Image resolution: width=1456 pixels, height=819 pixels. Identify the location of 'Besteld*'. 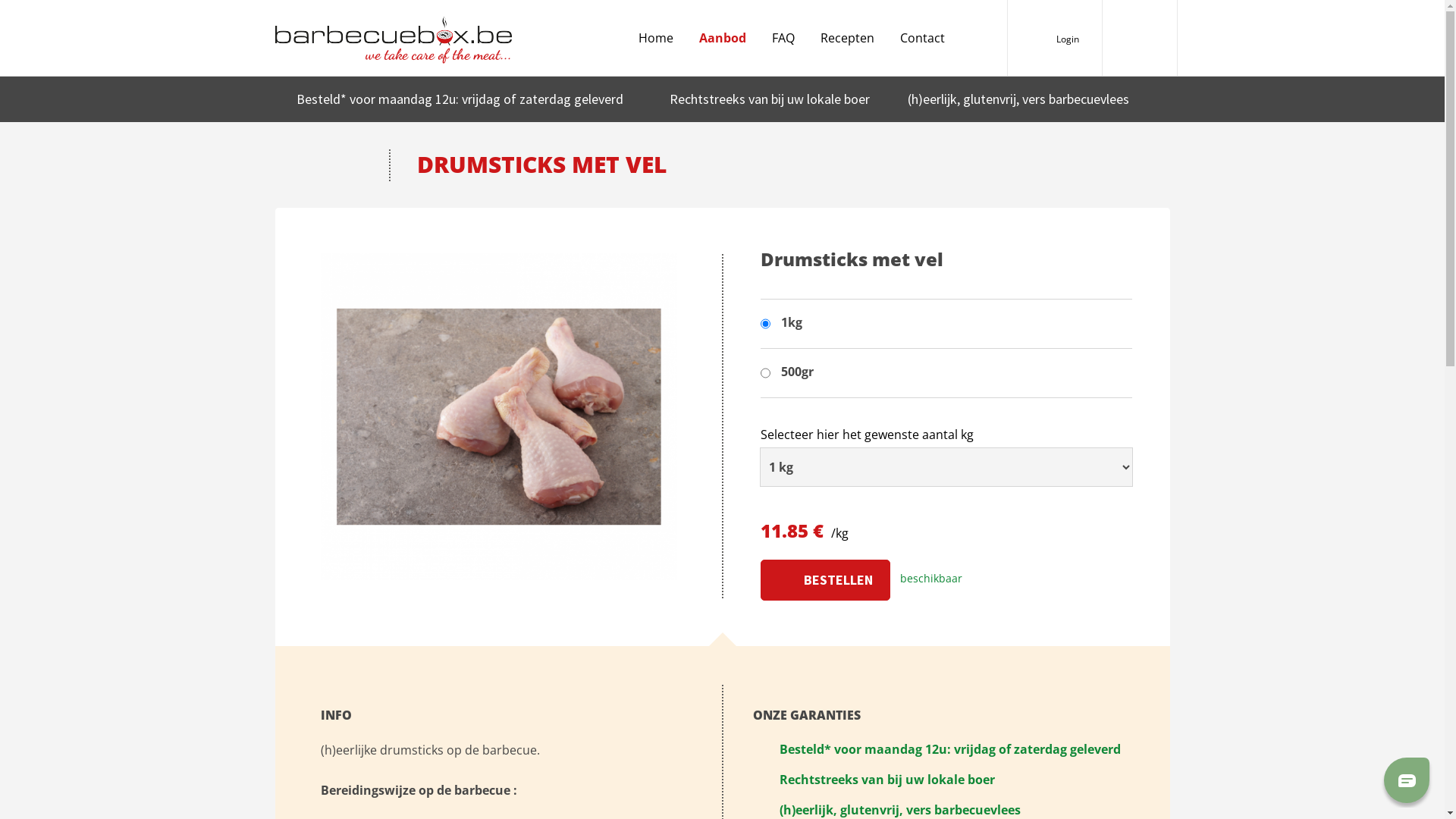
(295, 99).